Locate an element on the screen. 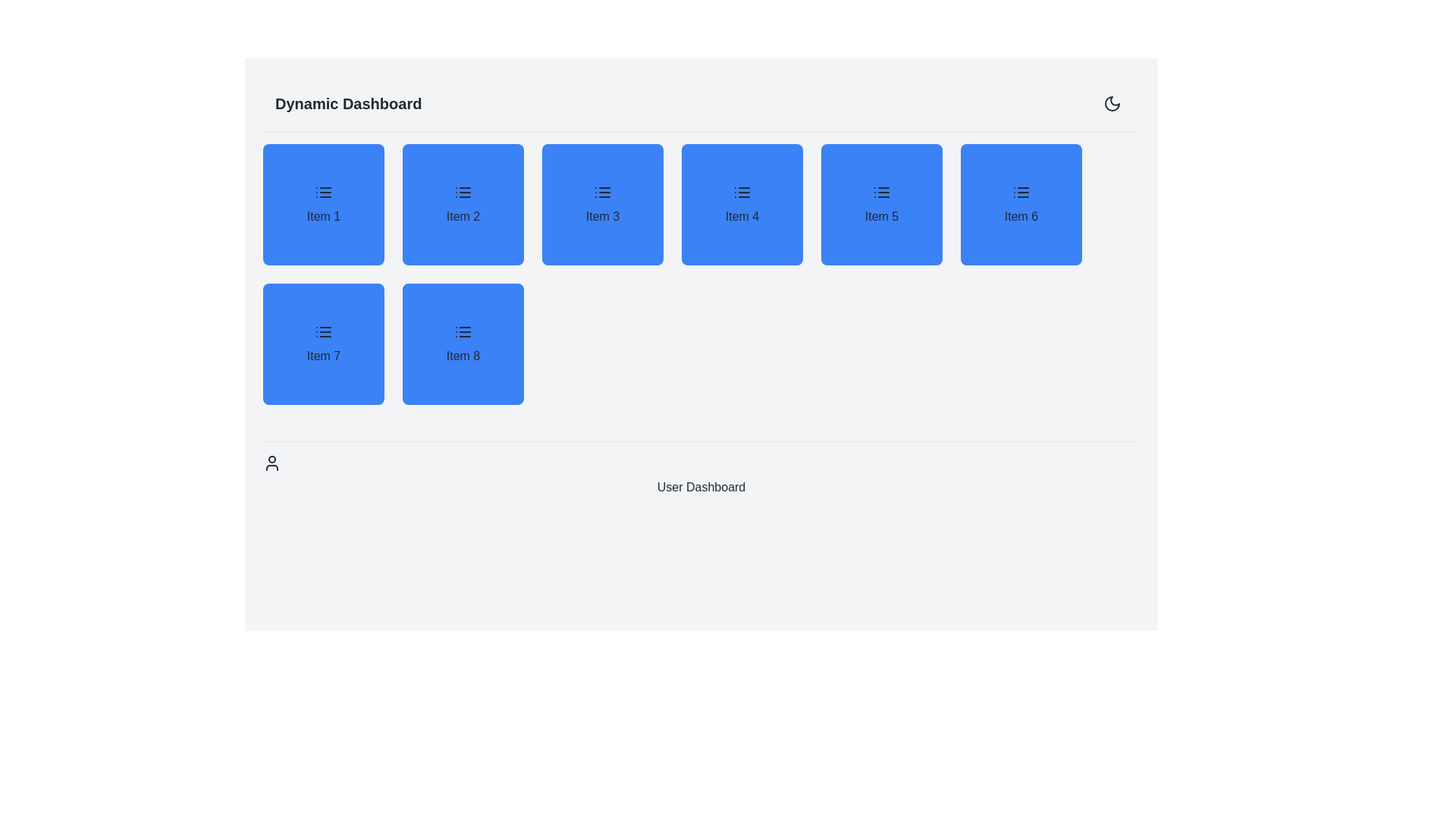  the icon button located in the top-right corner of the interface is located at coordinates (1112, 103).